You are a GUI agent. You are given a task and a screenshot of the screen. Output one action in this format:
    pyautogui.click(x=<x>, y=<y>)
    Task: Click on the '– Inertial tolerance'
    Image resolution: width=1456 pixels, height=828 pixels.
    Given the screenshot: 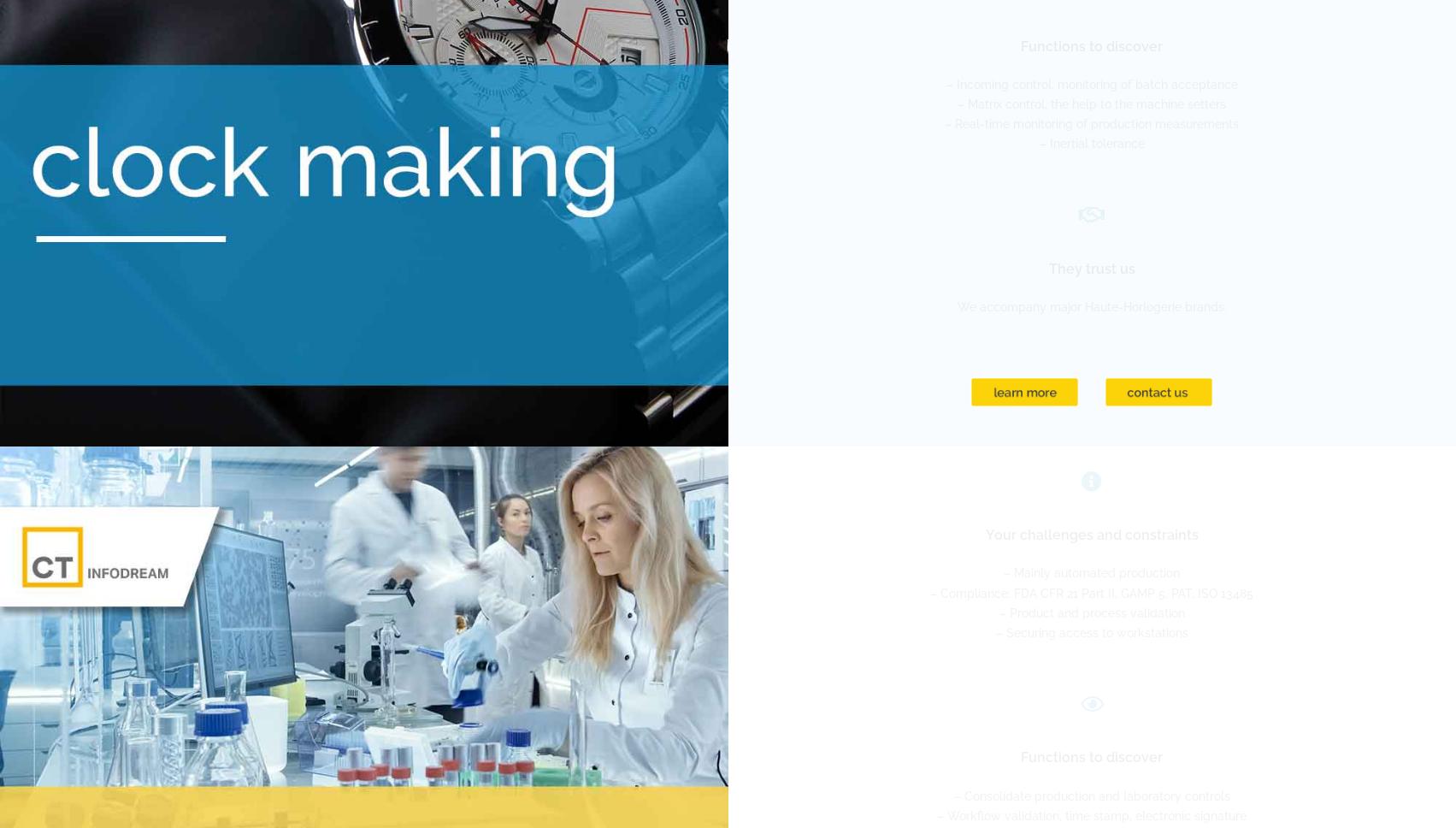 What is the action you would take?
    pyautogui.click(x=1090, y=144)
    